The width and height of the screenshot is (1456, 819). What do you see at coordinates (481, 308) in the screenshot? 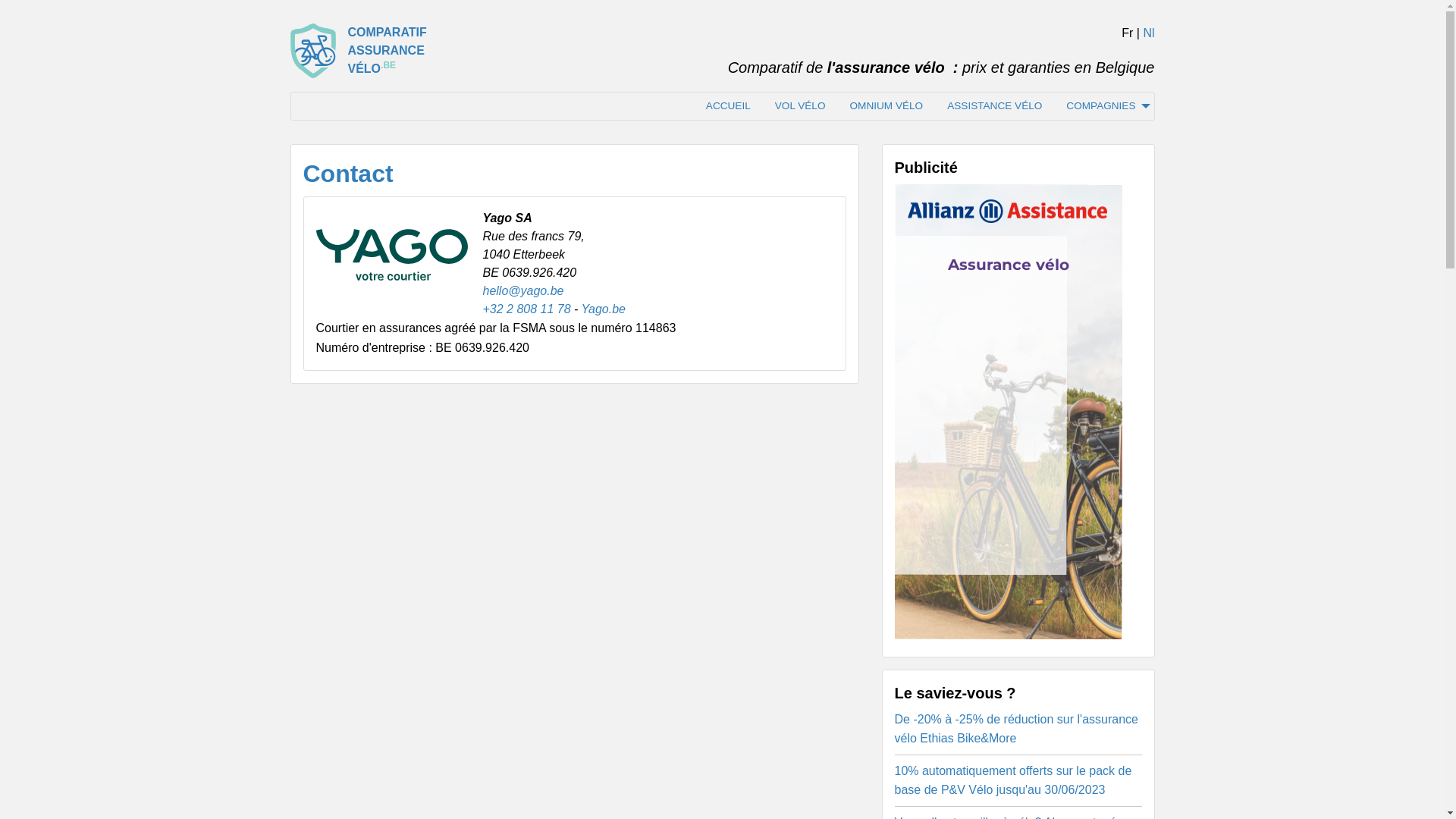
I see `'+32 2 808 11 78'` at bounding box center [481, 308].